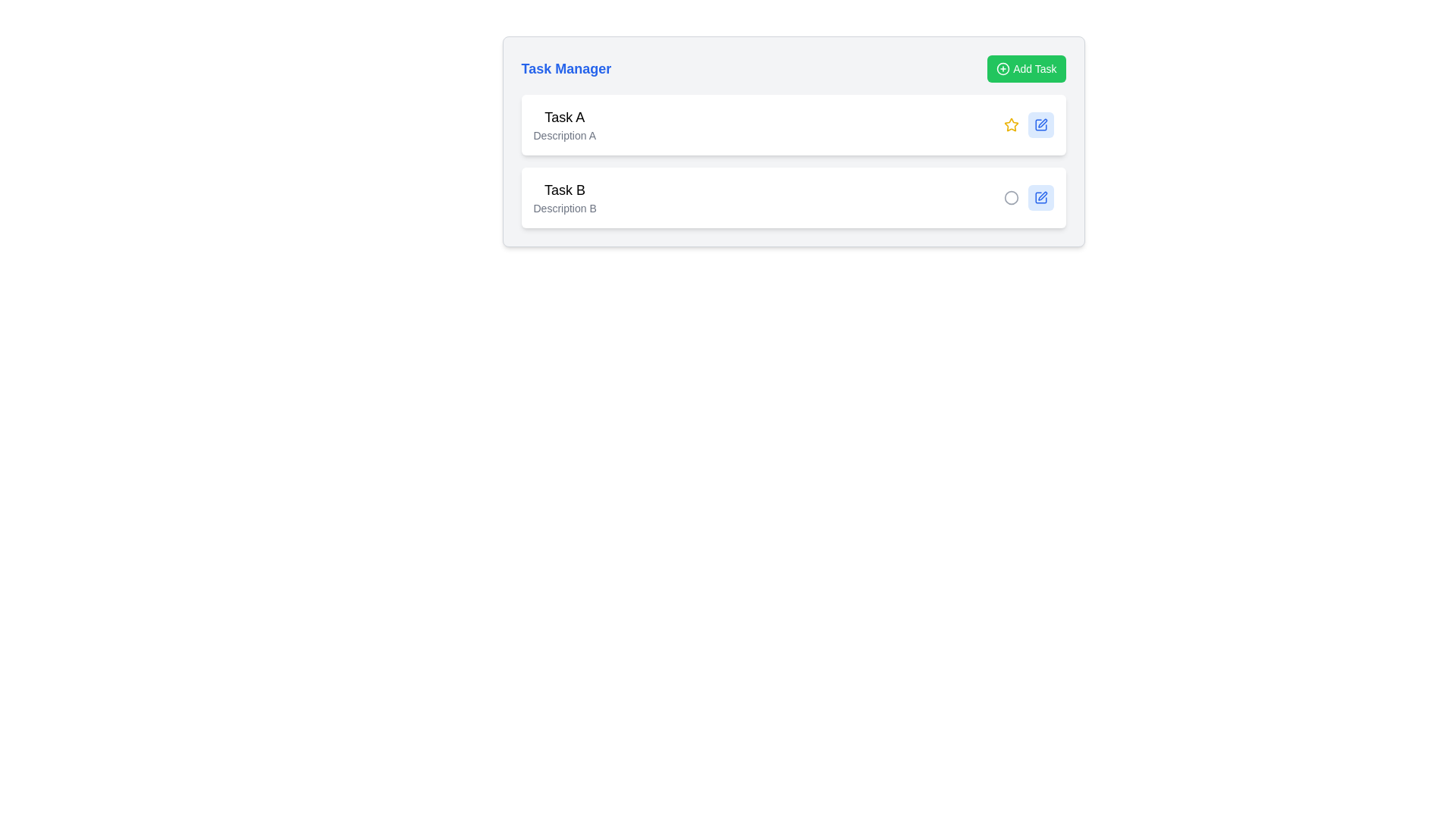 The image size is (1456, 819). I want to click on the pen icon located to the right of the descriptive text for Task A in the task list interface, so click(1041, 122).